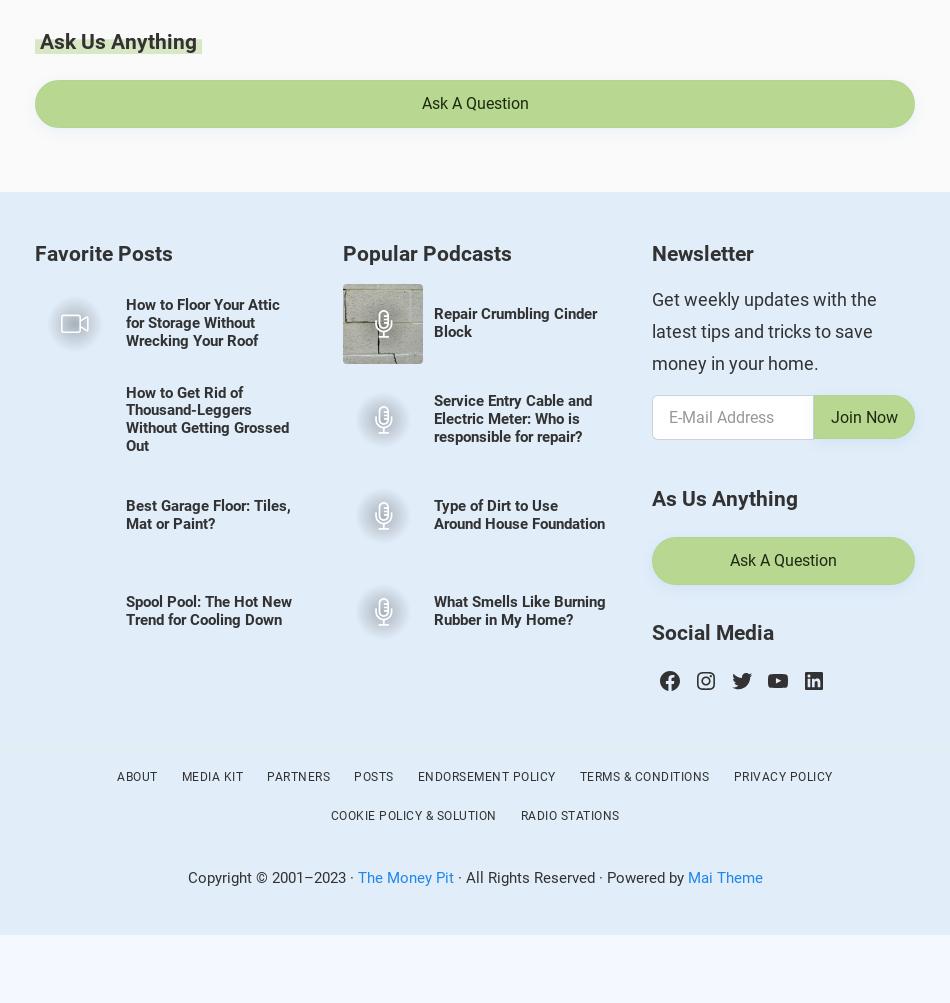 This screenshot has width=950, height=1003. What do you see at coordinates (781, 776) in the screenshot?
I see `'Privacy Policy'` at bounding box center [781, 776].